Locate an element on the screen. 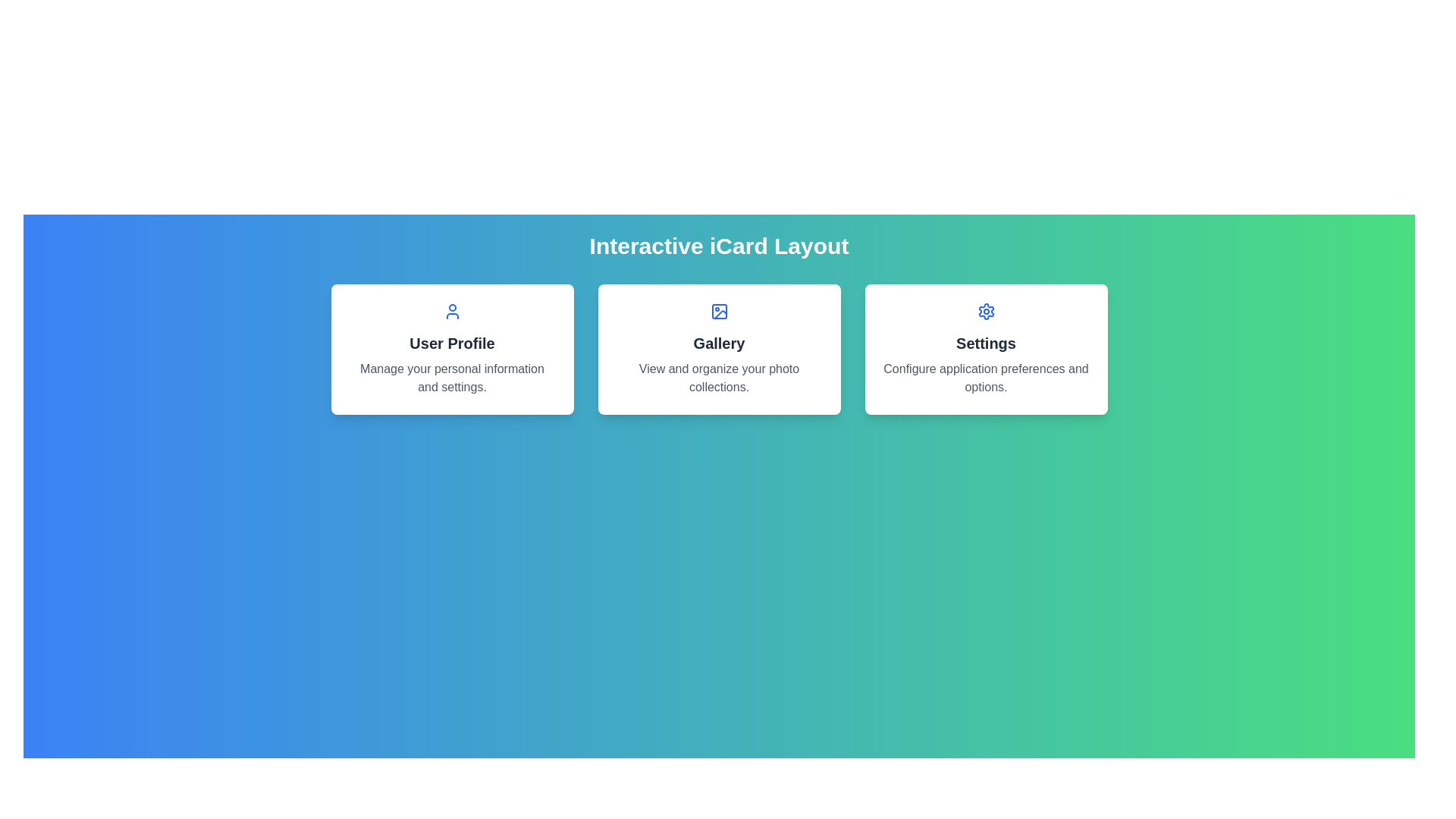 The width and height of the screenshot is (1456, 819). the text label that describes the purpose of the 'Settings' card, located beneath the 'Settings' text, which is the third card from the left in a row of three is located at coordinates (986, 377).